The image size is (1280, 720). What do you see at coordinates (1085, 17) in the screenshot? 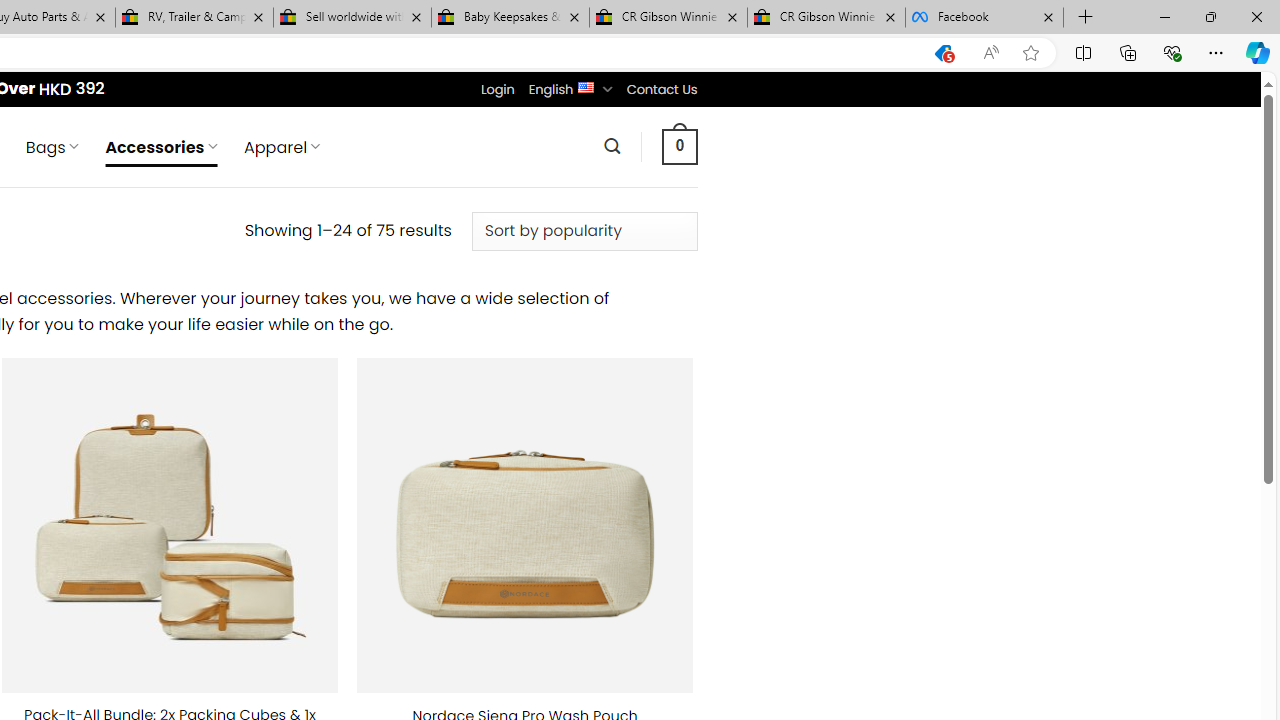
I see `'New Tab'` at bounding box center [1085, 17].